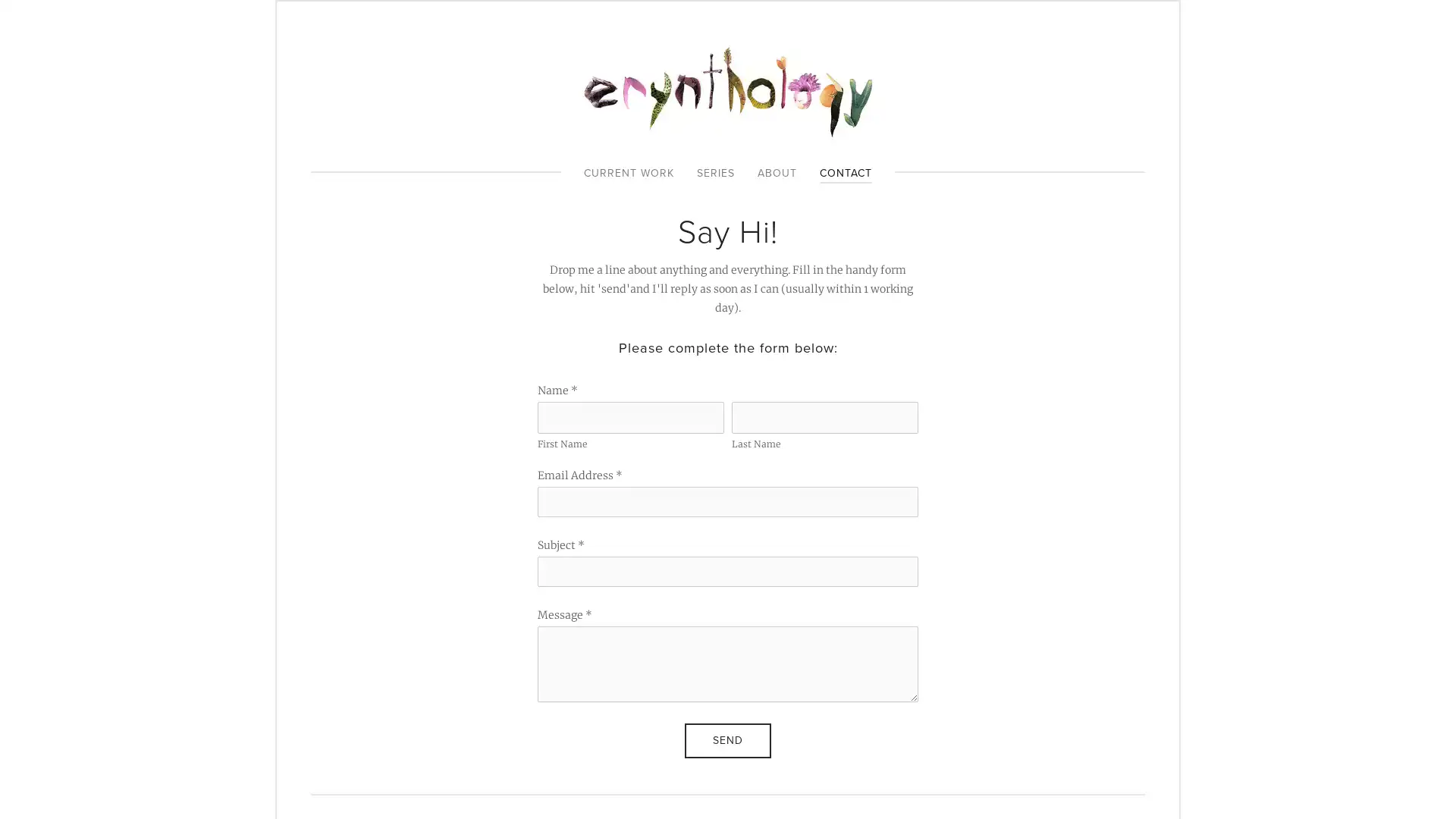 The height and width of the screenshot is (819, 1456). Describe the element at coordinates (728, 739) in the screenshot. I see `Send` at that location.